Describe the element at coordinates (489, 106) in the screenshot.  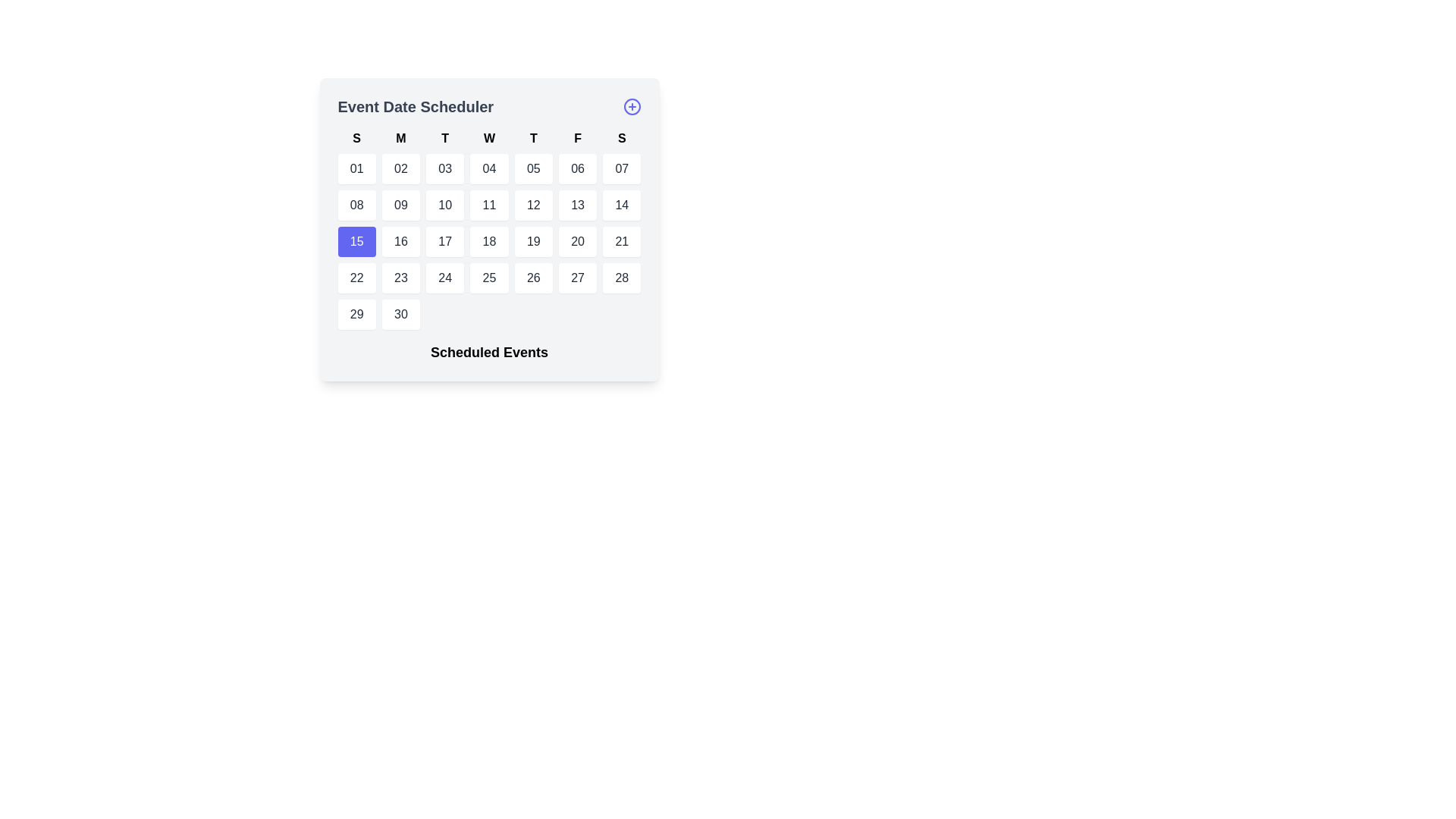
I see `the Header with actionable icon, which serves as the title and action header of the calendar module` at that location.